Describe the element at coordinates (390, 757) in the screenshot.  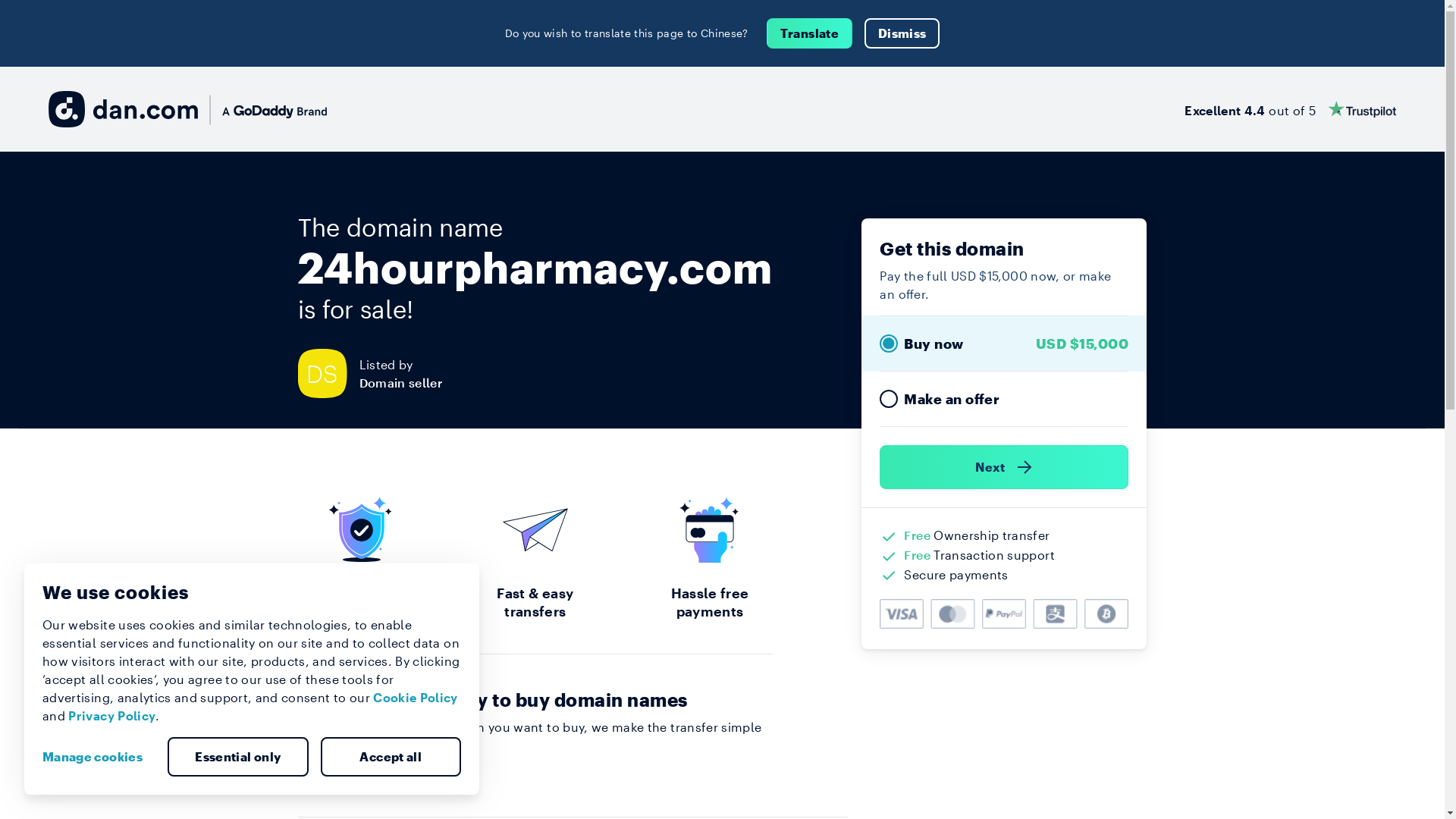
I see `'Accept all'` at that location.